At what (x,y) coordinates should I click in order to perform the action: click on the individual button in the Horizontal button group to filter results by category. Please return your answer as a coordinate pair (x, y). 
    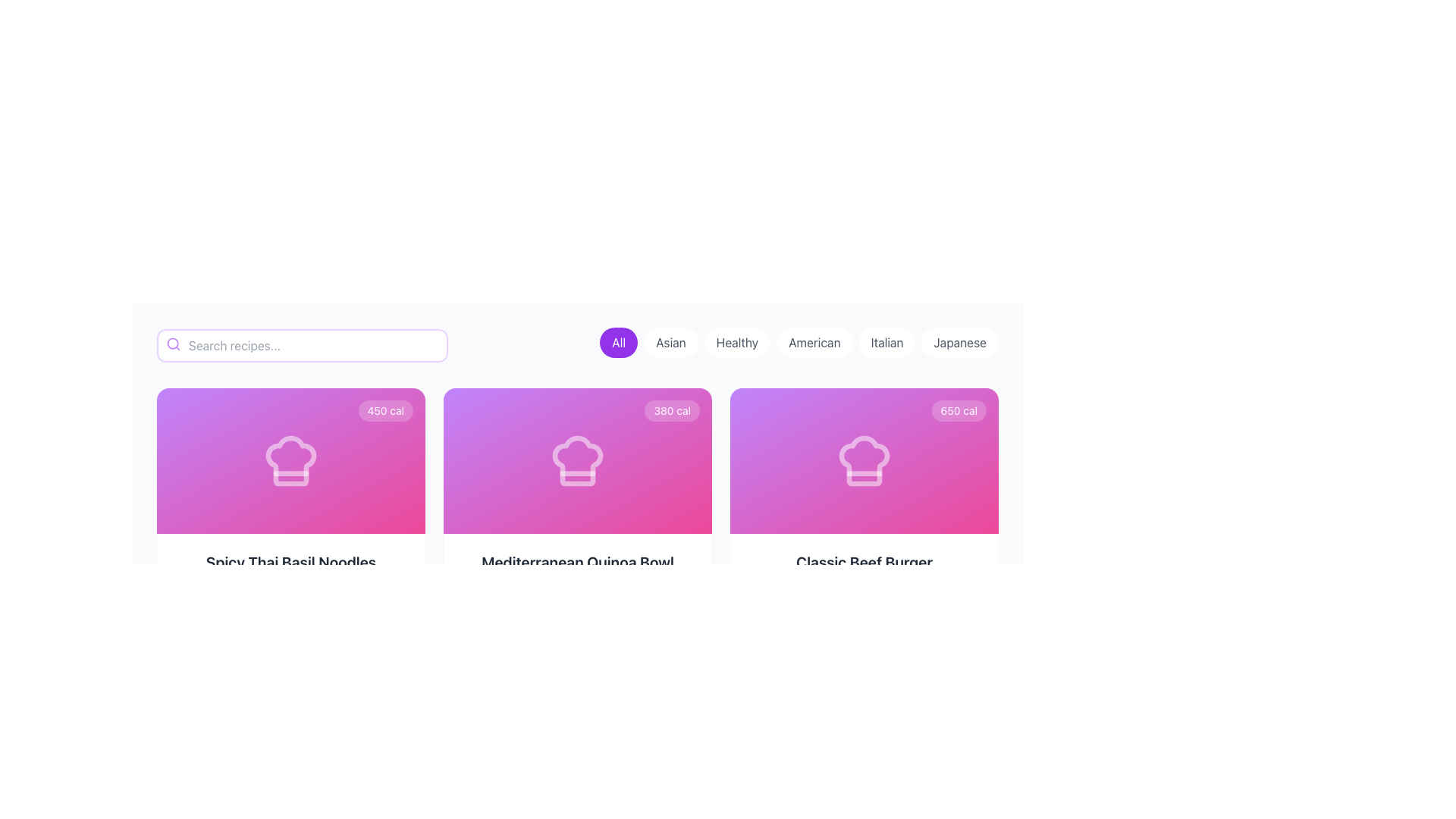
    Looking at the image, I should click on (577, 345).